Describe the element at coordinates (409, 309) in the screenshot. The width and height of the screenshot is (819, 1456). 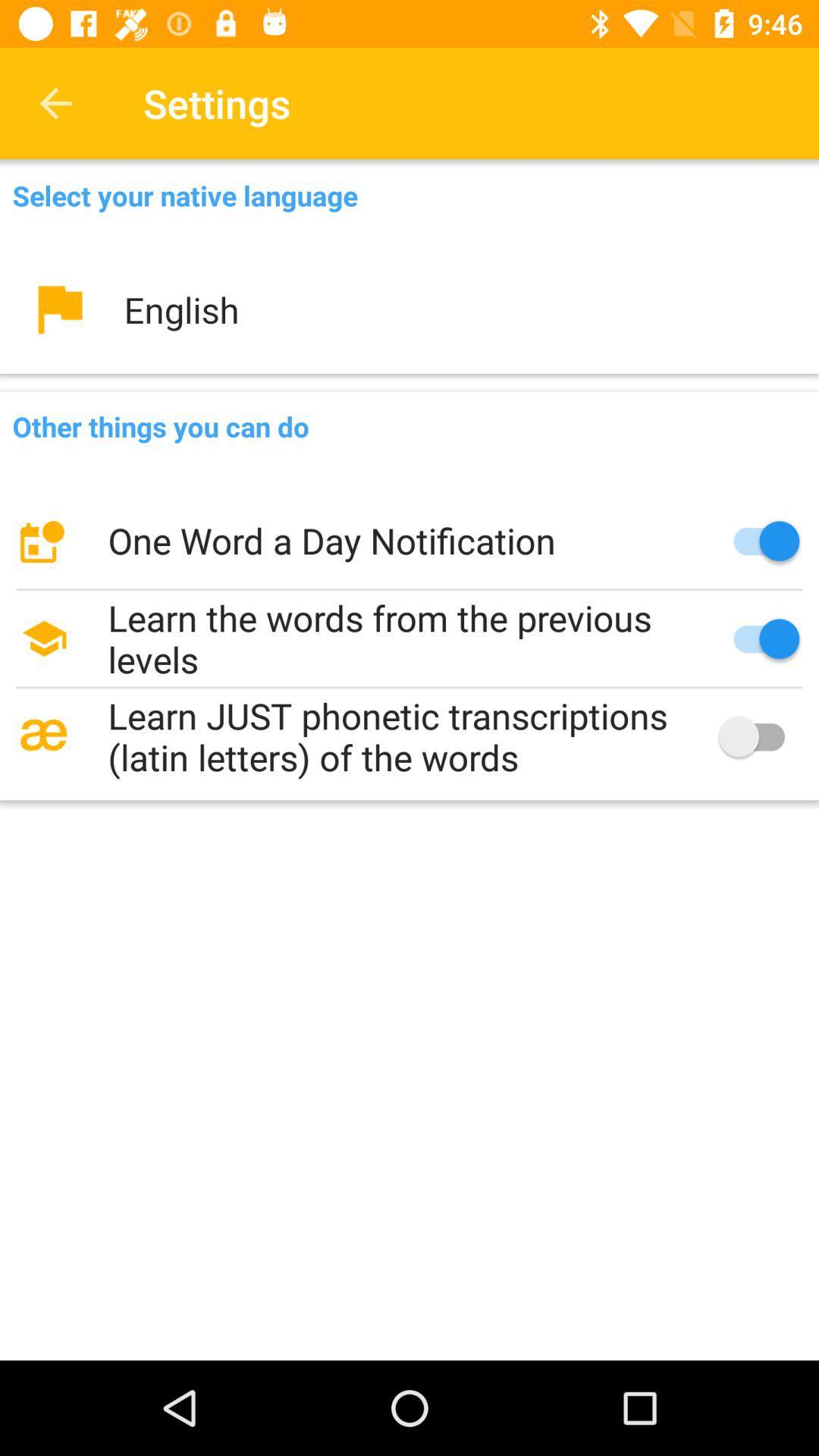
I see `english item` at that location.